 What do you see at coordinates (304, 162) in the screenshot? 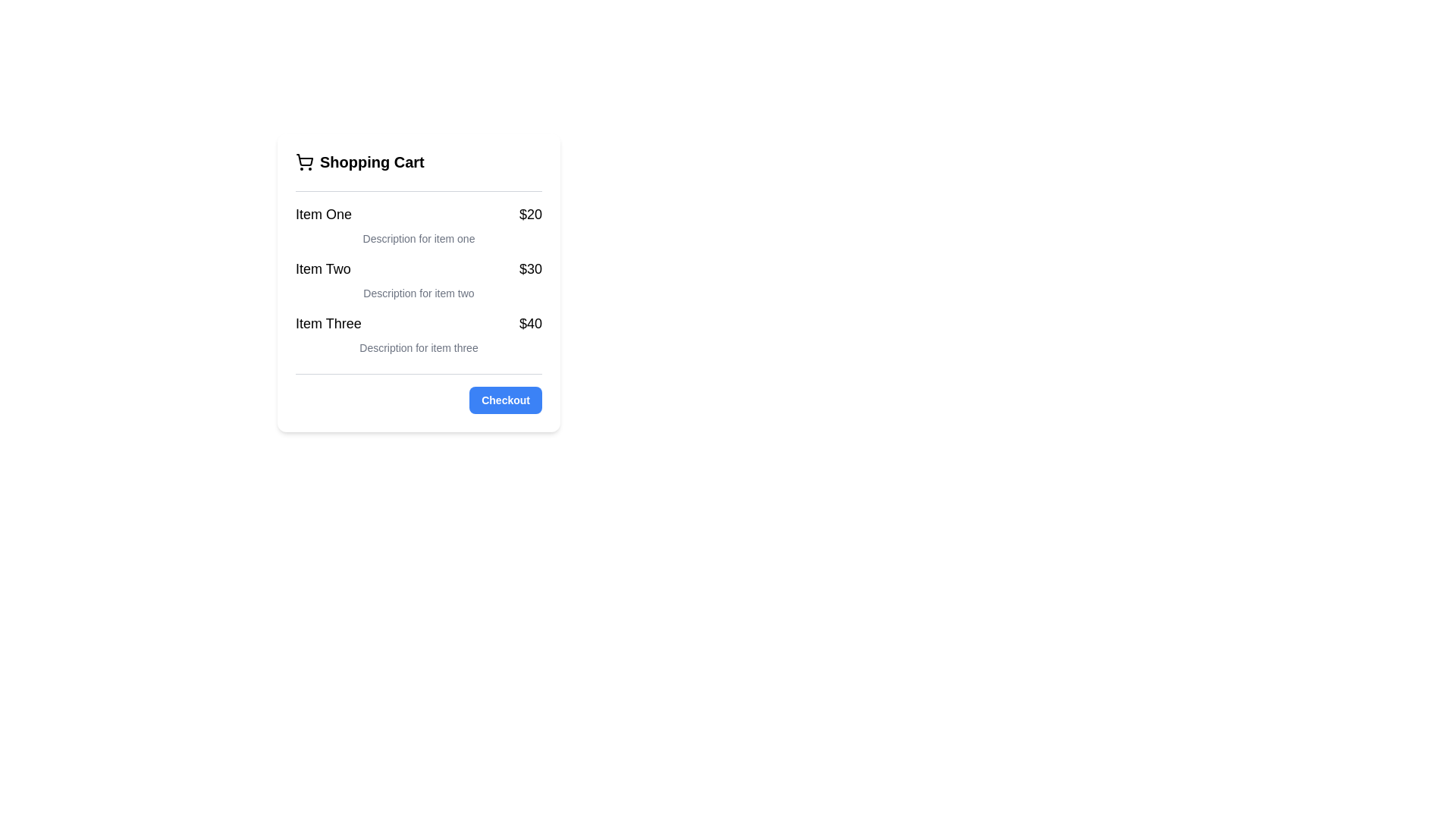
I see `the shopping cart icon, which is styled with a stroke-based outline and positioned to the left of the 'Shopping Cart' text` at bounding box center [304, 162].